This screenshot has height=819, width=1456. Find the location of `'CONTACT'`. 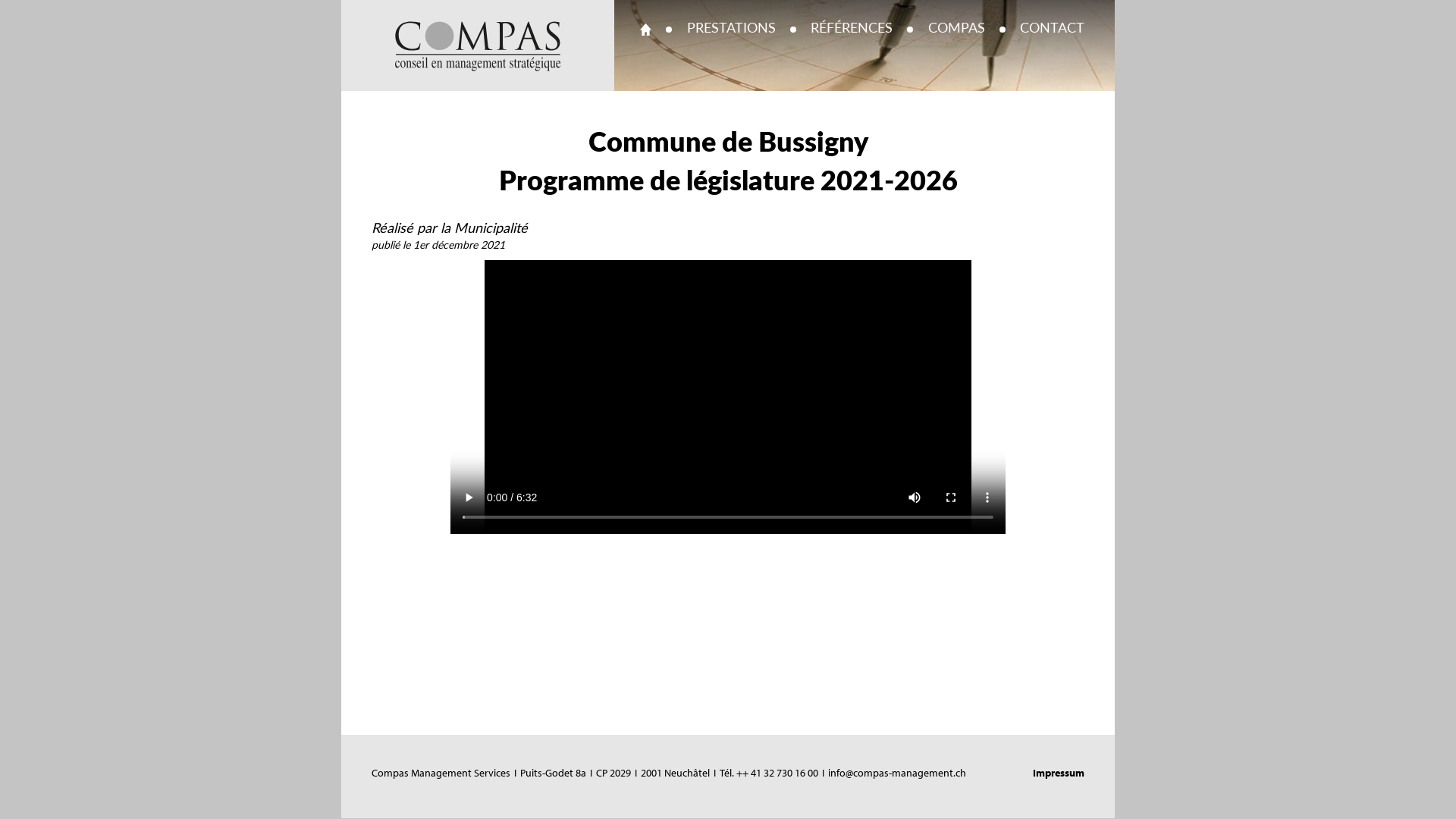

'CONTACT' is located at coordinates (1051, 29).